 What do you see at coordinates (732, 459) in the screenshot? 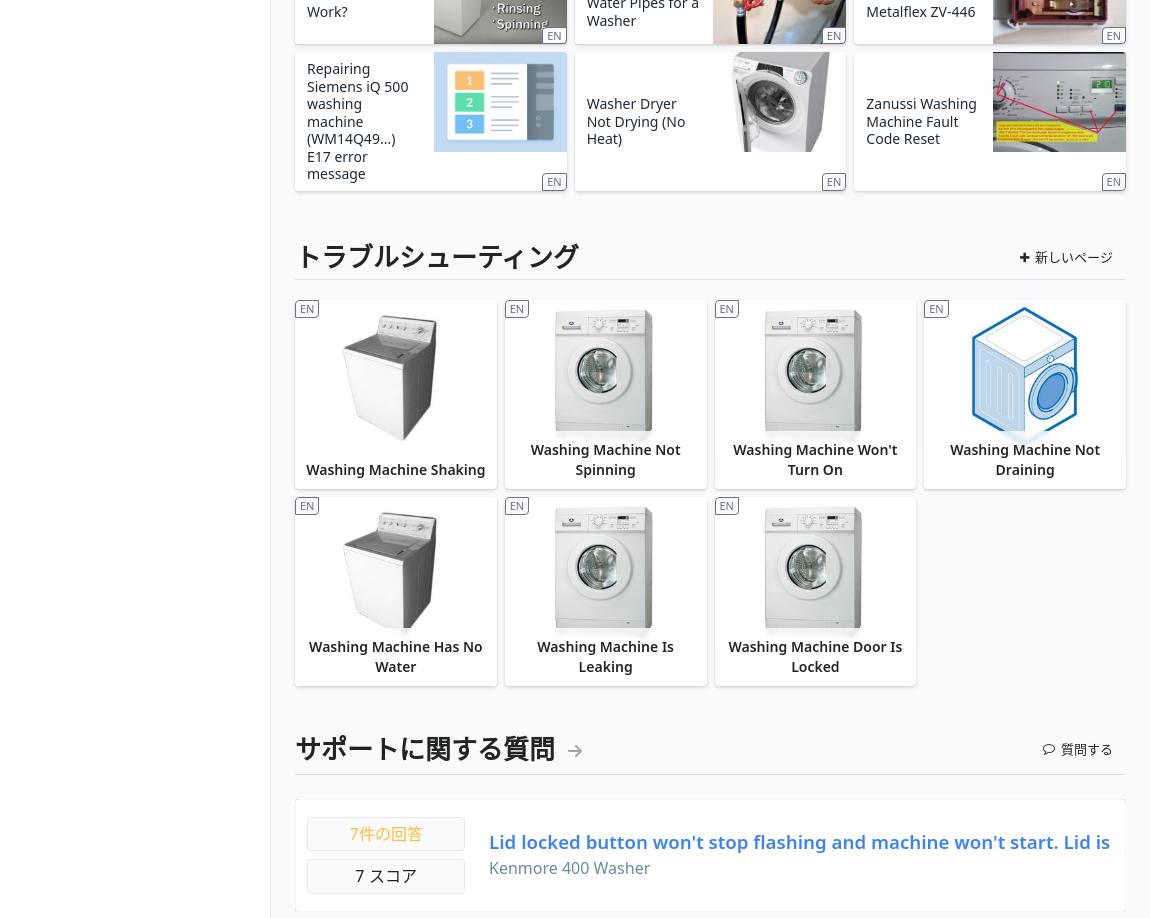
I see `'Washing Machine Won't Turn On'` at bounding box center [732, 459].